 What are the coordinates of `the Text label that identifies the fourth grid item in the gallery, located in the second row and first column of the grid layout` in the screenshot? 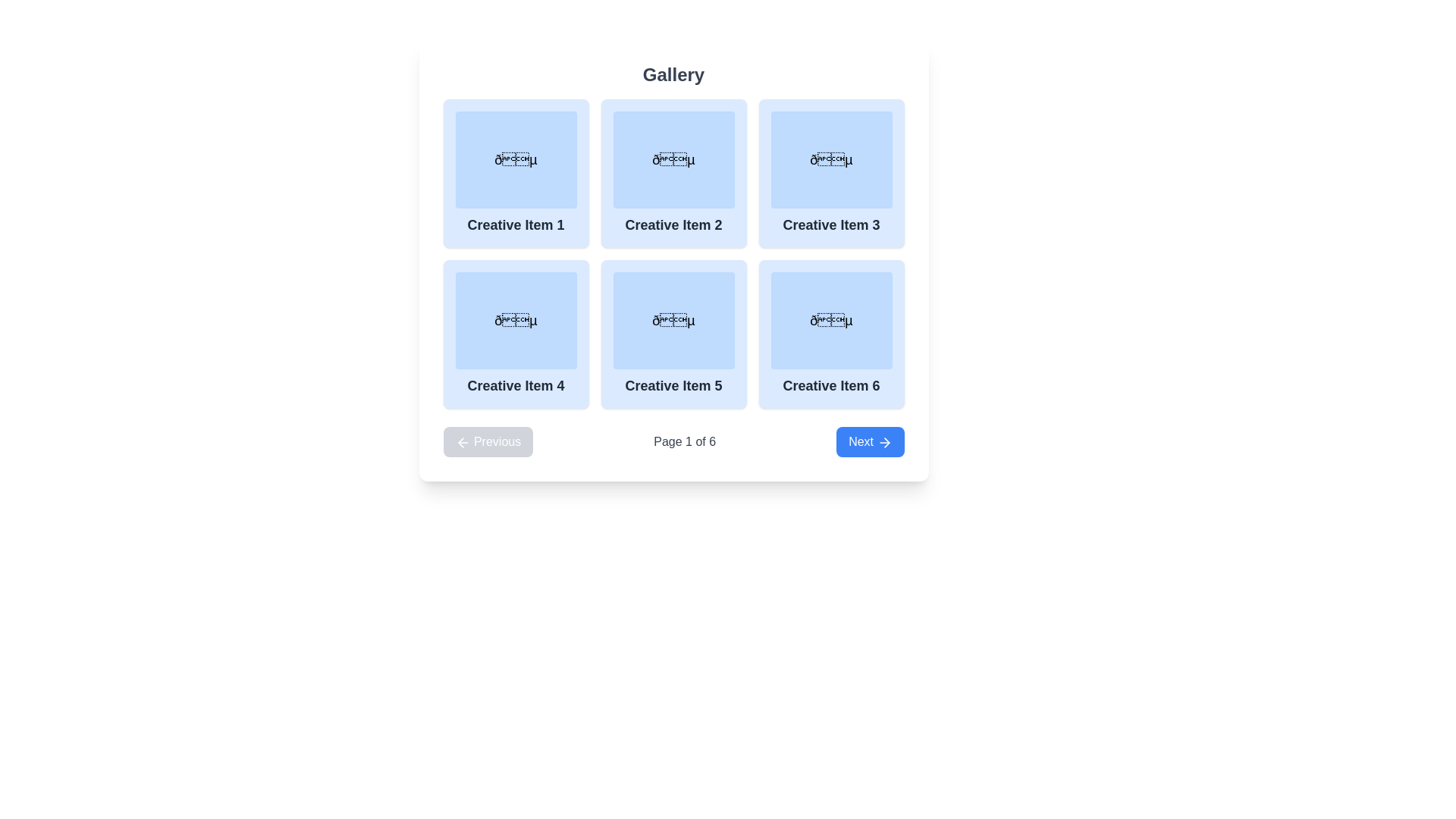 It's located at (516, 385).